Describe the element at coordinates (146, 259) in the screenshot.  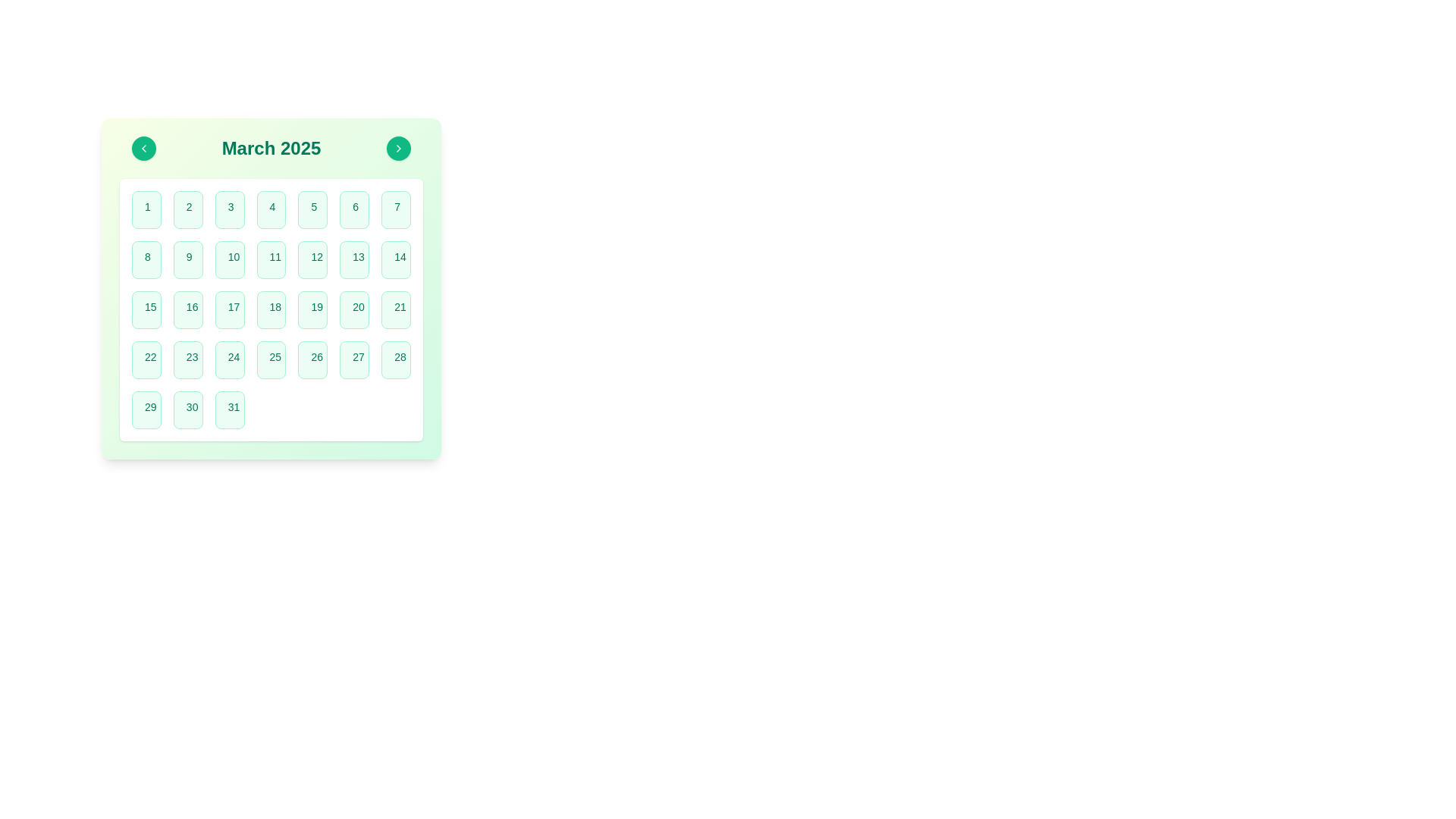
I see `the calendar day box displaying the number '8', located in the second row and first column of the calendar grid for March` at that location.